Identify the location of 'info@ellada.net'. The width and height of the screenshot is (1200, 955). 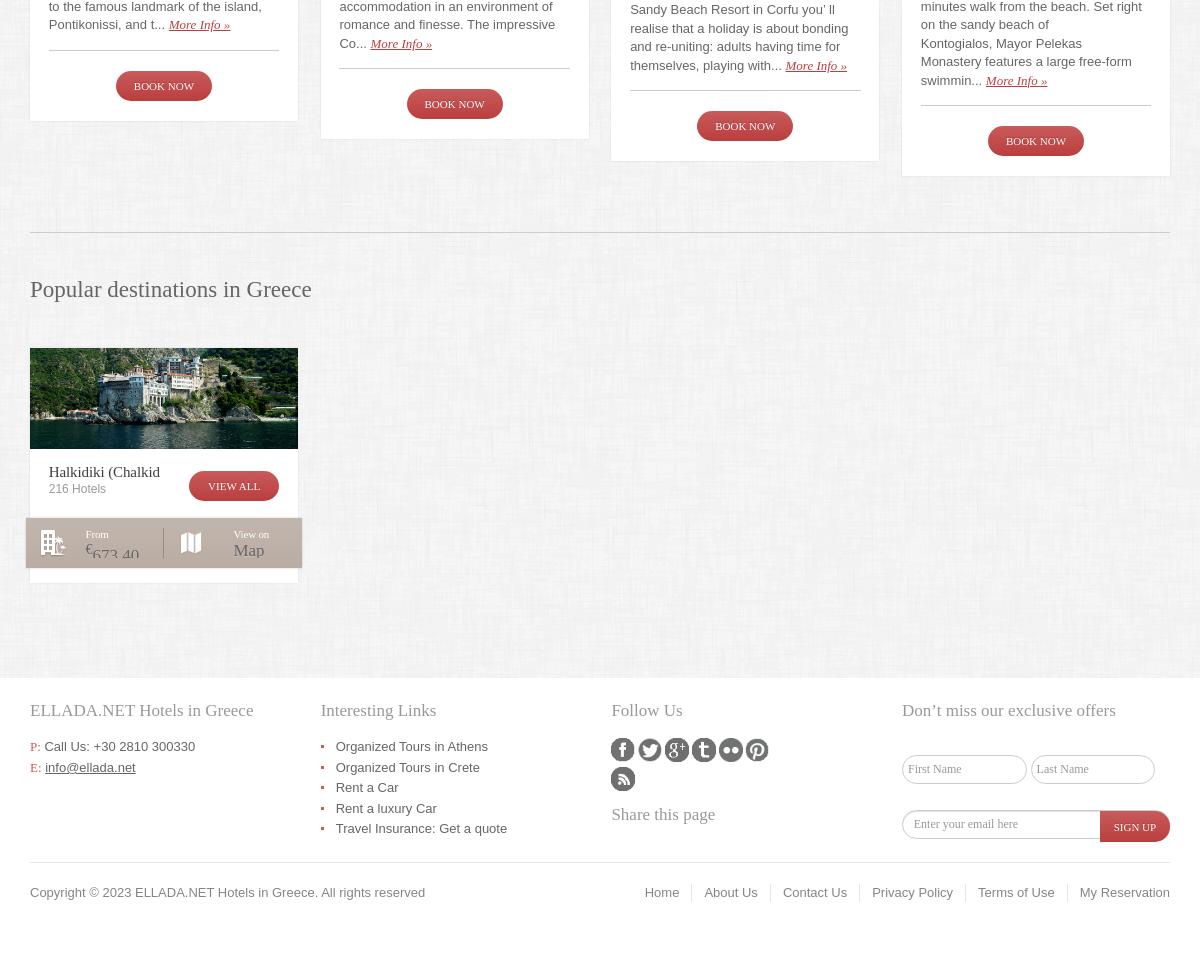
(90, 765).